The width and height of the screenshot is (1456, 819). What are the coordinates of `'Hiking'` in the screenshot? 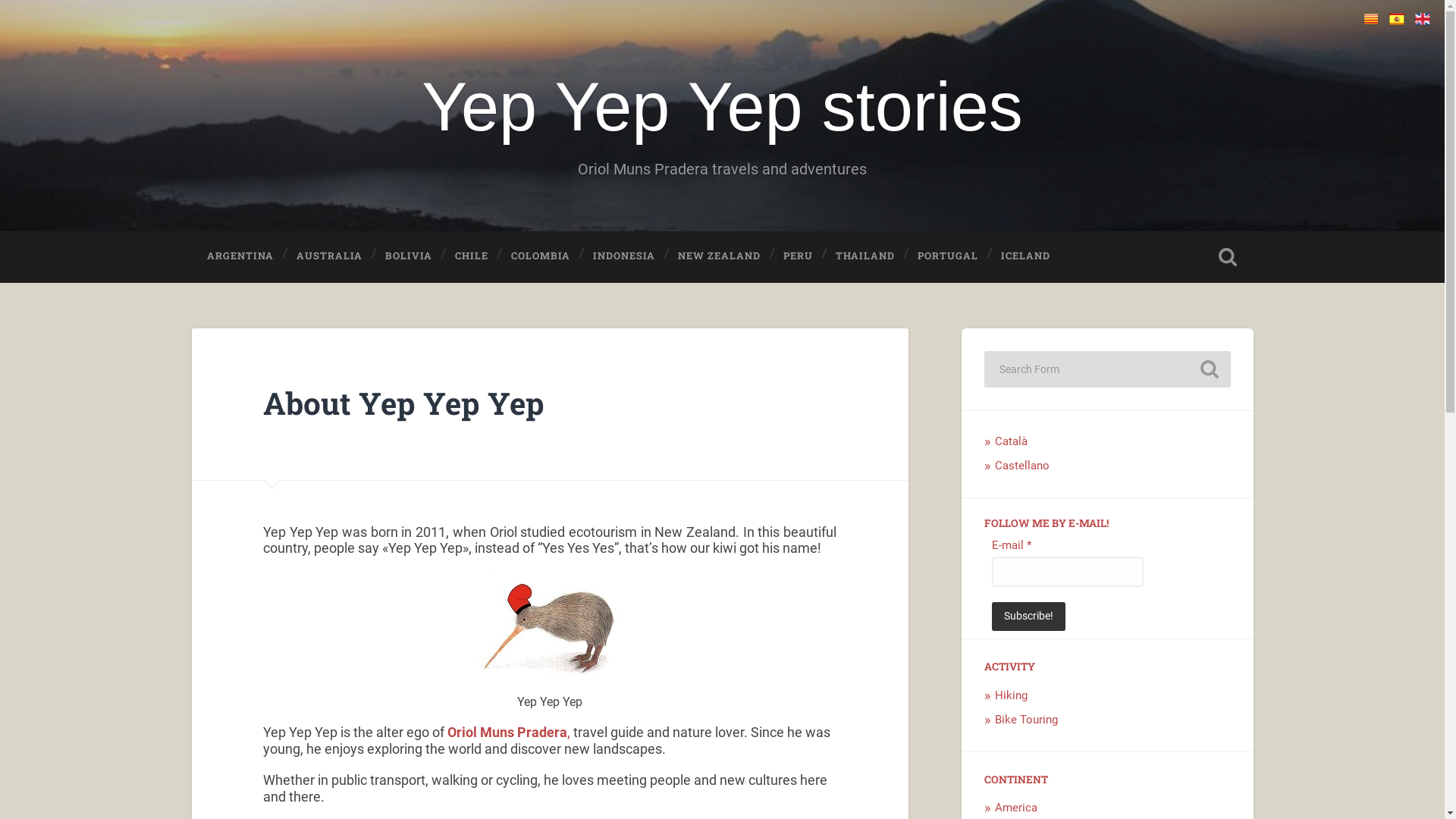 It's located at (1011, 695).